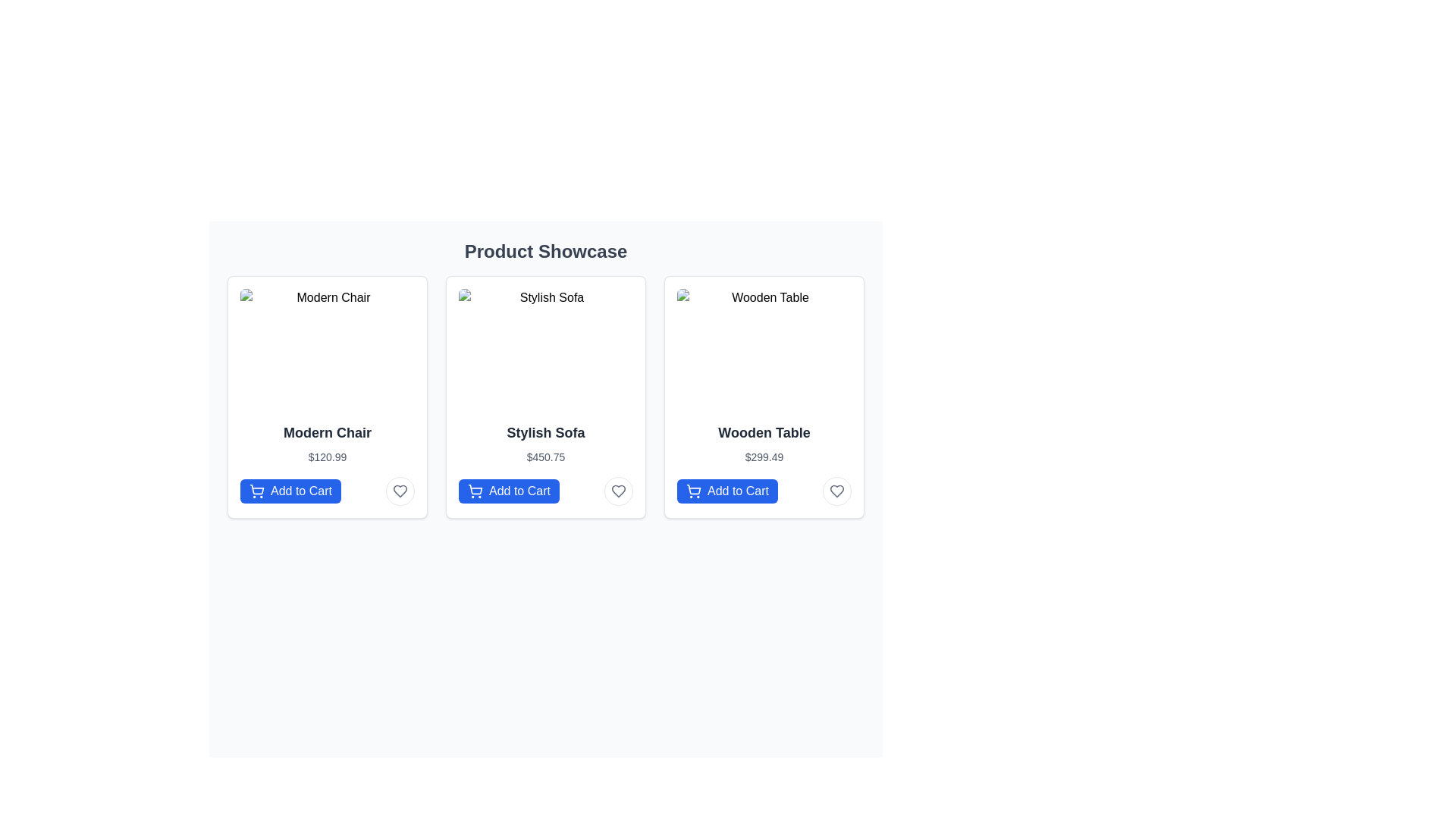  Describe the element at coordinates (327, 350) in the screenshot. I see `the image representing the product 'Modern Chair', which is located in the first product card at the top part of the card above the product name and price` at that location.